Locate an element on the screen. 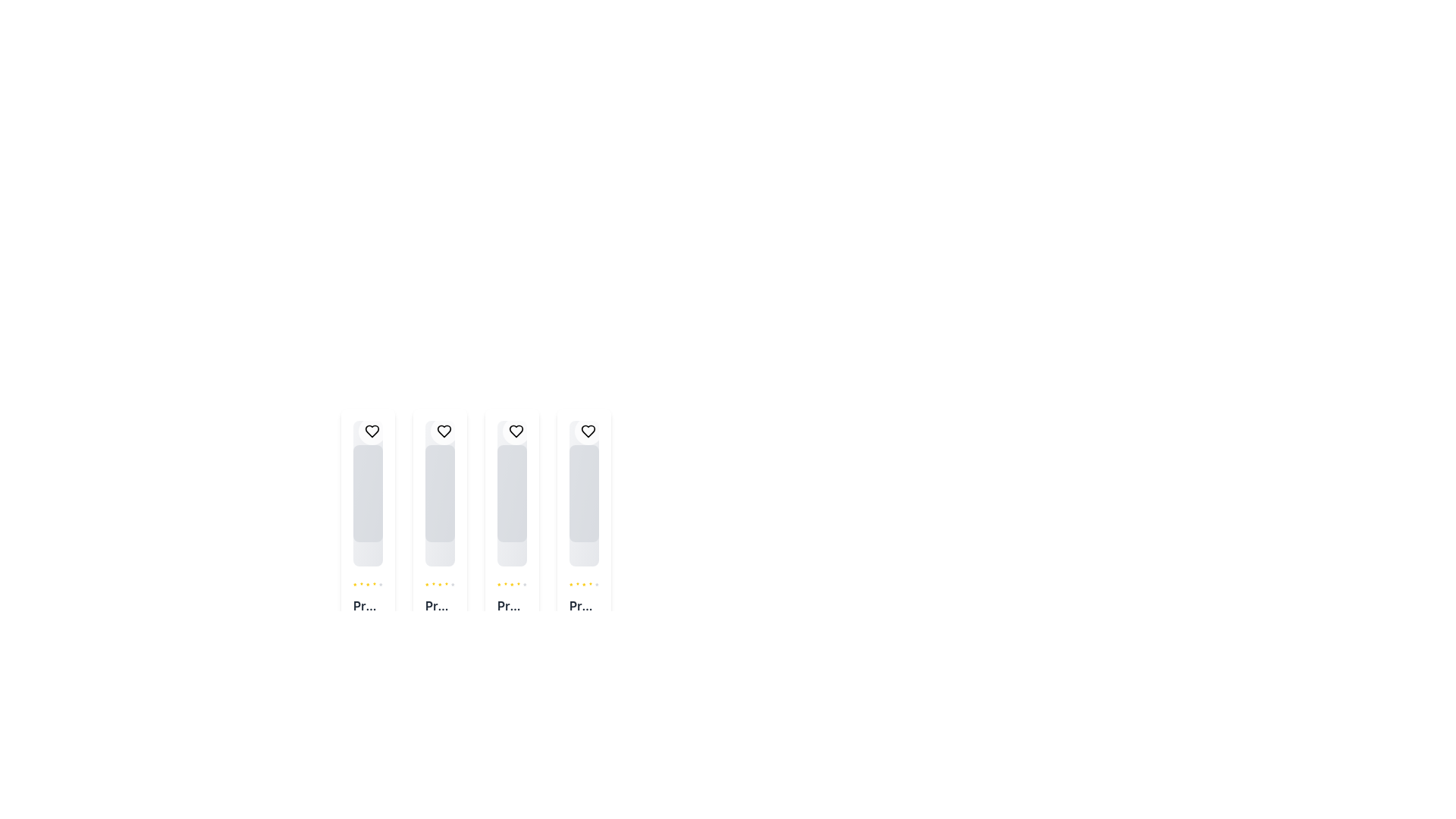 Image resolution: width=1456 pixels, height=819 pixels. the text label displaying 'Category' for accessibility is located at coordinates (439, 629).